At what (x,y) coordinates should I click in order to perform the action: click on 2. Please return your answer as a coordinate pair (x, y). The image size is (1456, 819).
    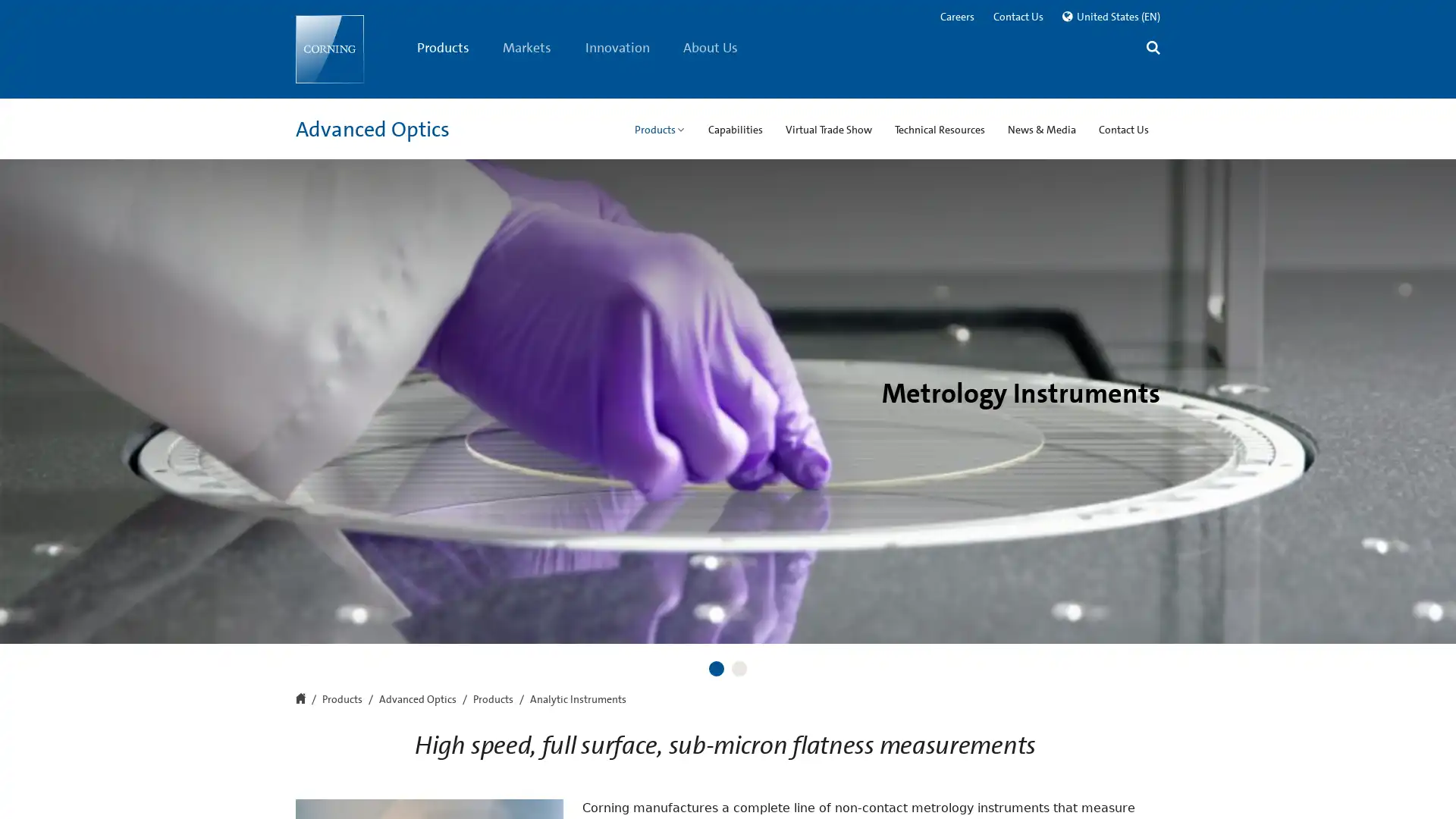
    Looking at the image, I should click on (739, 668).